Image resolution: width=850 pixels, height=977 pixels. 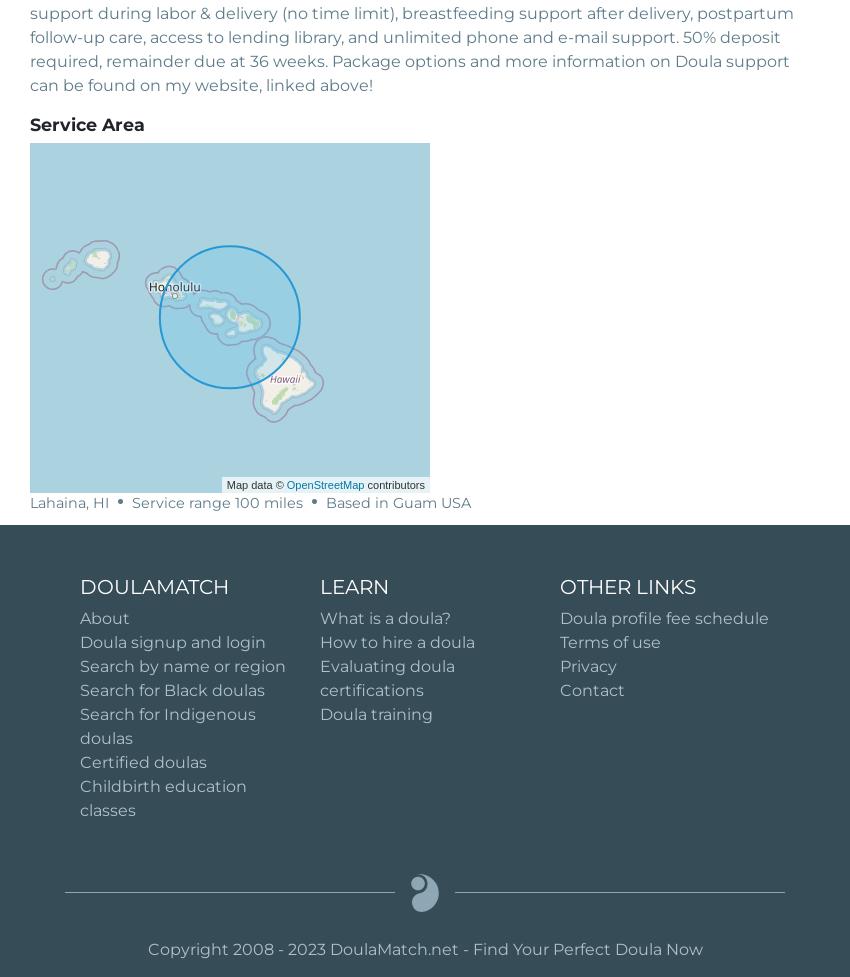 What do you see at coordinates (86, 124) in the screenshot?
I see `'Service Area'` at bounding box center [86, 124].